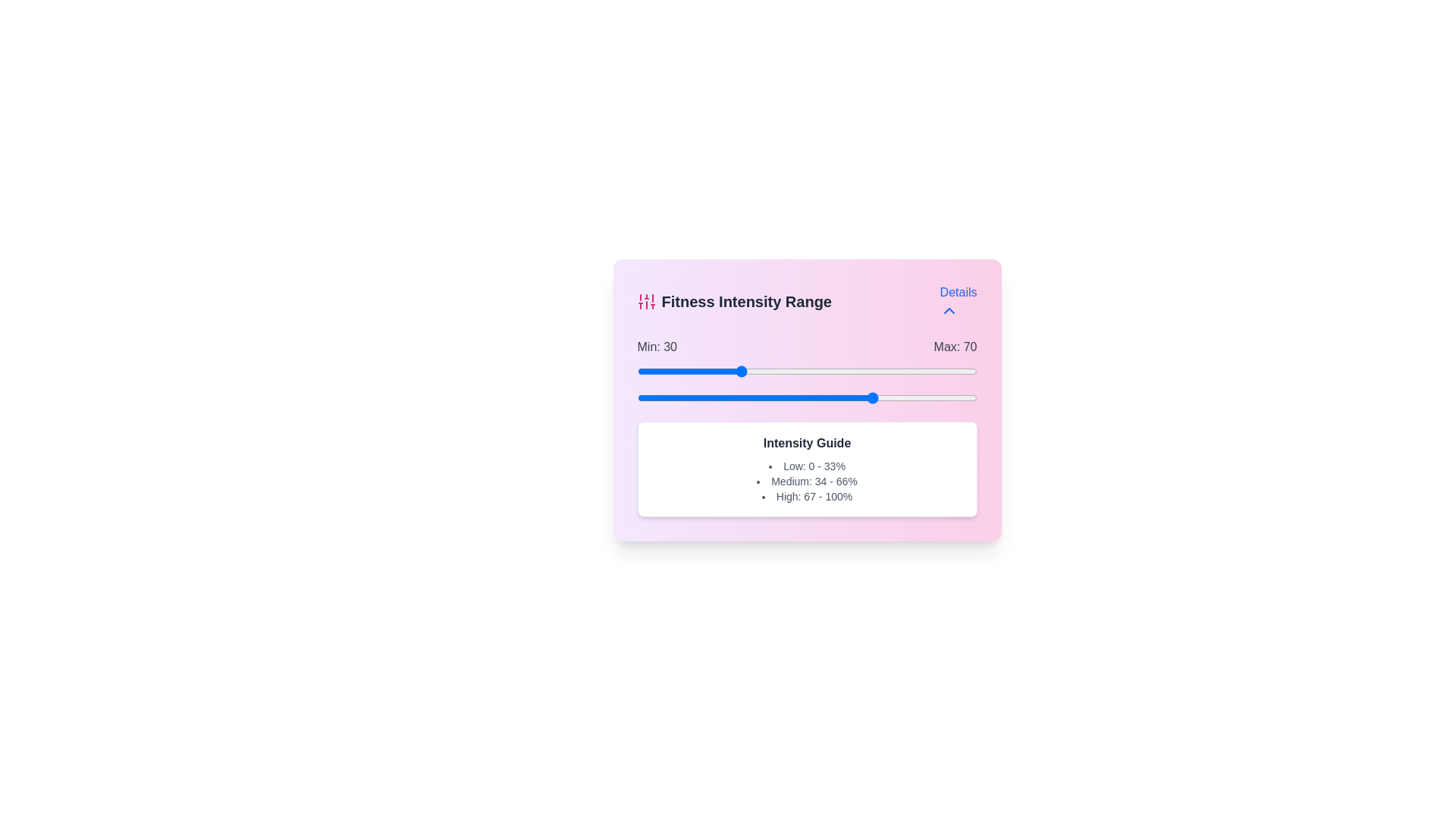 The height and width of the screenshot is (819, 1456). What do you see at coordinates (708, 371) in the screenshot?
I see `the minimum intensity slider to 21 percent` at bounding box center [708, 371].